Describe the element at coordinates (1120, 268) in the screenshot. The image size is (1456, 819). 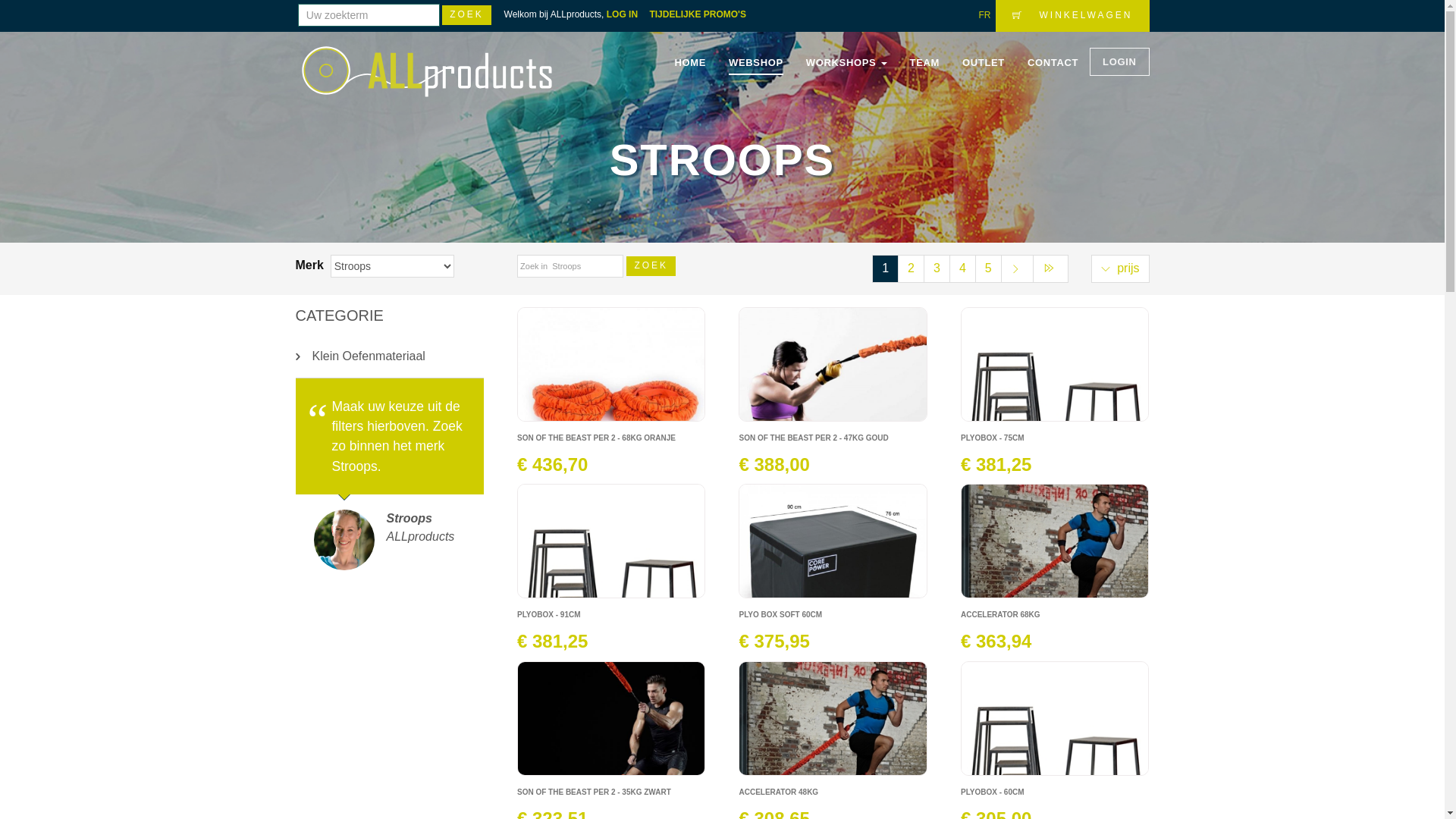
I see `'prijs'` at that location.